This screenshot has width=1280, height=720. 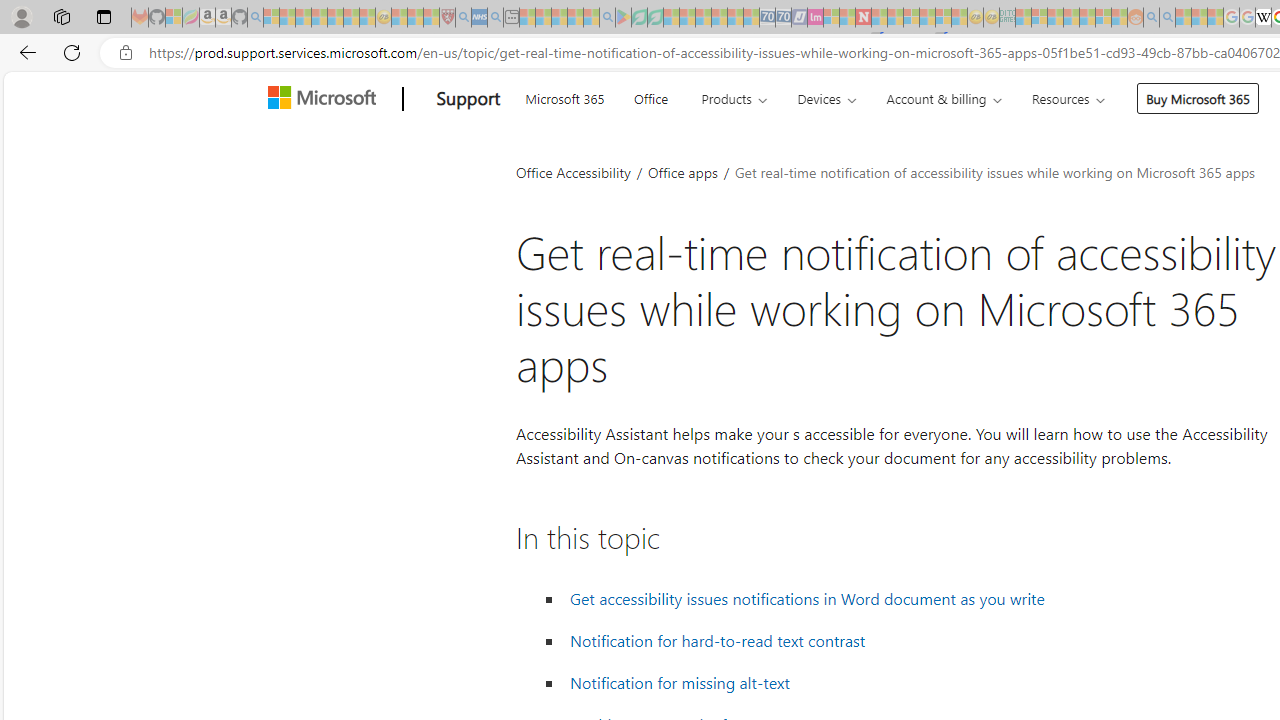 What do you see at coordinates (650, 96) in the screenshot?
I see `'Office'` at bounding box center [650, 96].